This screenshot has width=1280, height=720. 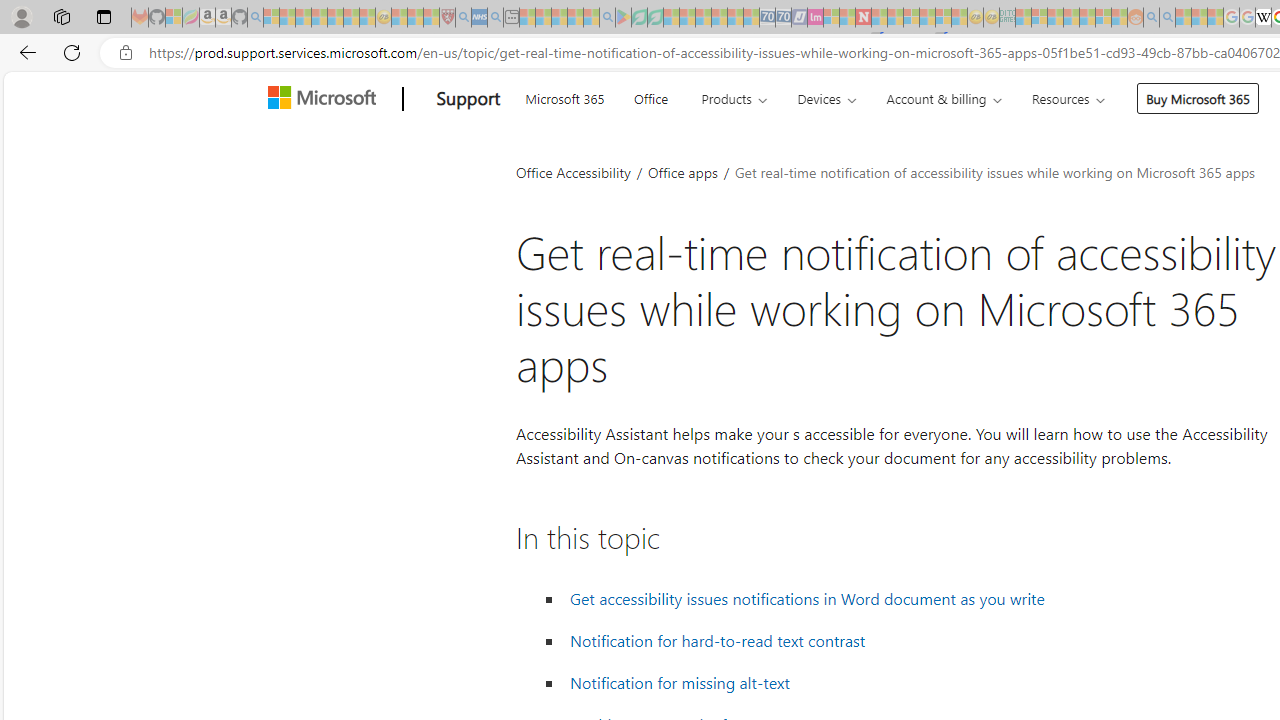 What do you see at coordinates (650, 96) in the screenshot?
I see `'Office'` at bounding box center [650, 96].